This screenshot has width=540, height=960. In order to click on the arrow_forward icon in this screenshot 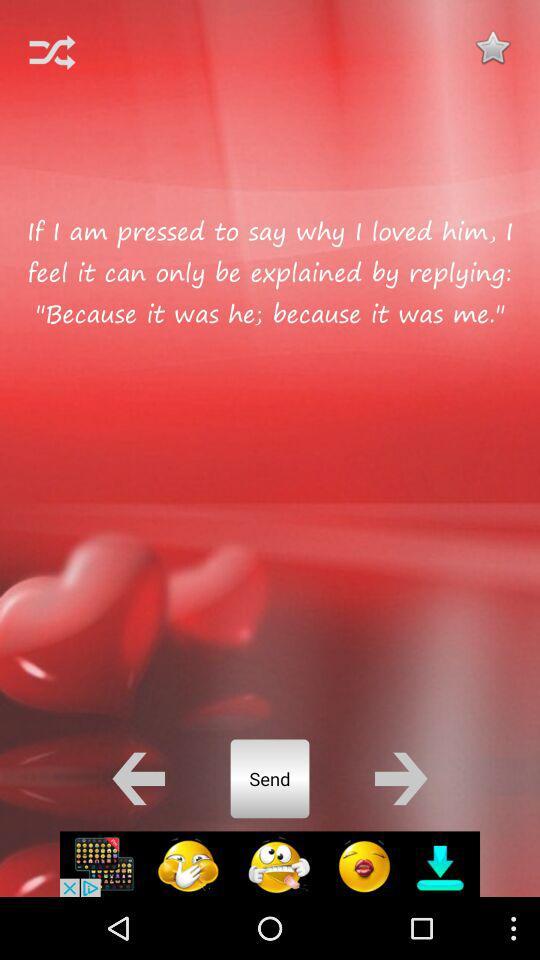, I will do `click(401, 833)`.